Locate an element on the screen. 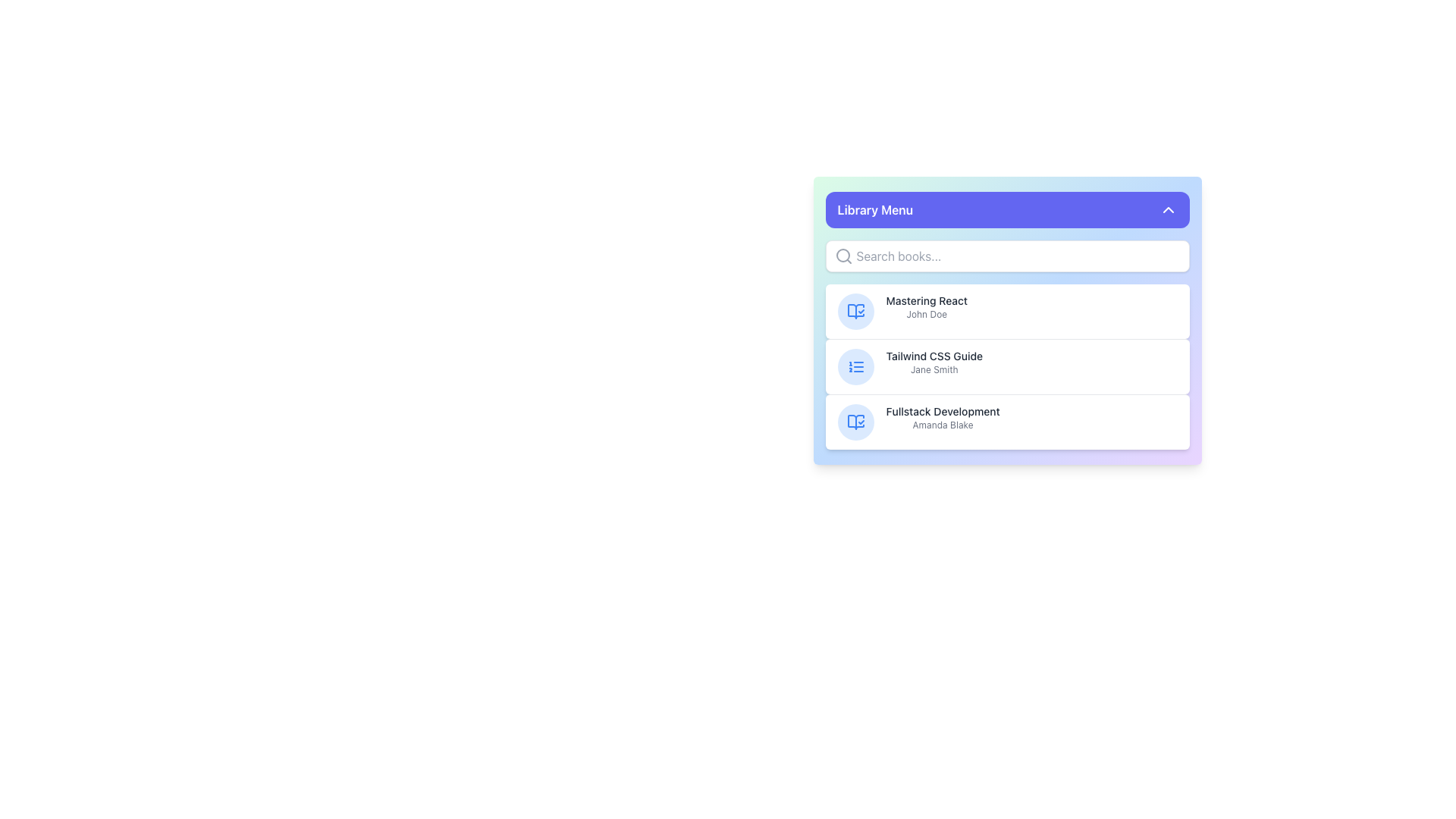  the SVG Icon that signifies an ordered or numbered list, located in the circular blue area to the left of the book title in the 'Library Menu' section is located at coordinates (855, 366).